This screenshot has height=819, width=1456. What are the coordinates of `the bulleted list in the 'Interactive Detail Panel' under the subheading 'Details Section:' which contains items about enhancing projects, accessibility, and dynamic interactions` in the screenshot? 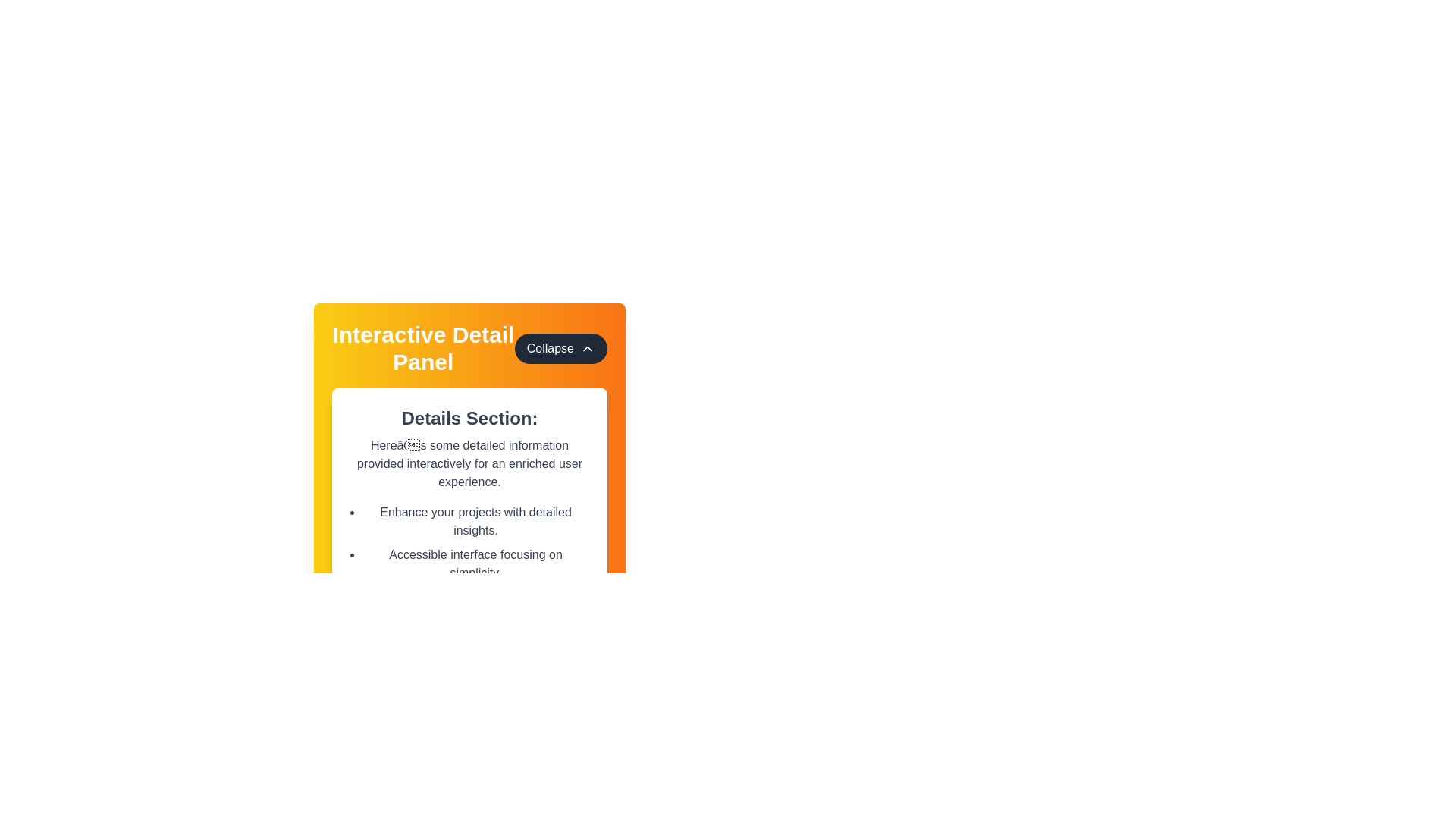 It's located at (475, 564).